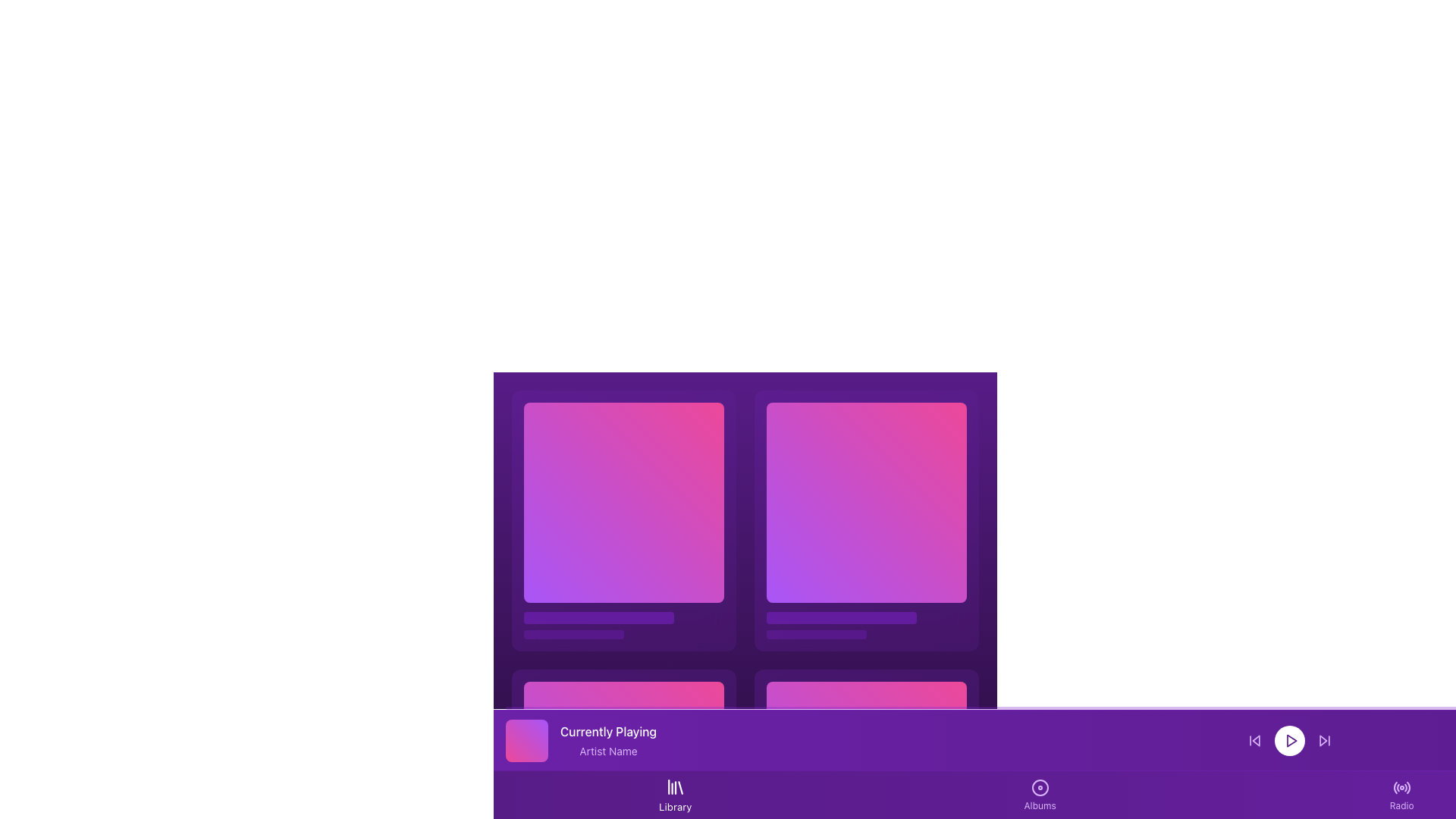 This screenshot has height=819, width=1456. What do you see at coordinates (1039, 805) in the screenshot?
I see `text label indicating the 'Albums' section in the bottom navigation bar, which is centered below the disc icon` at bounding box center [1039, 805].